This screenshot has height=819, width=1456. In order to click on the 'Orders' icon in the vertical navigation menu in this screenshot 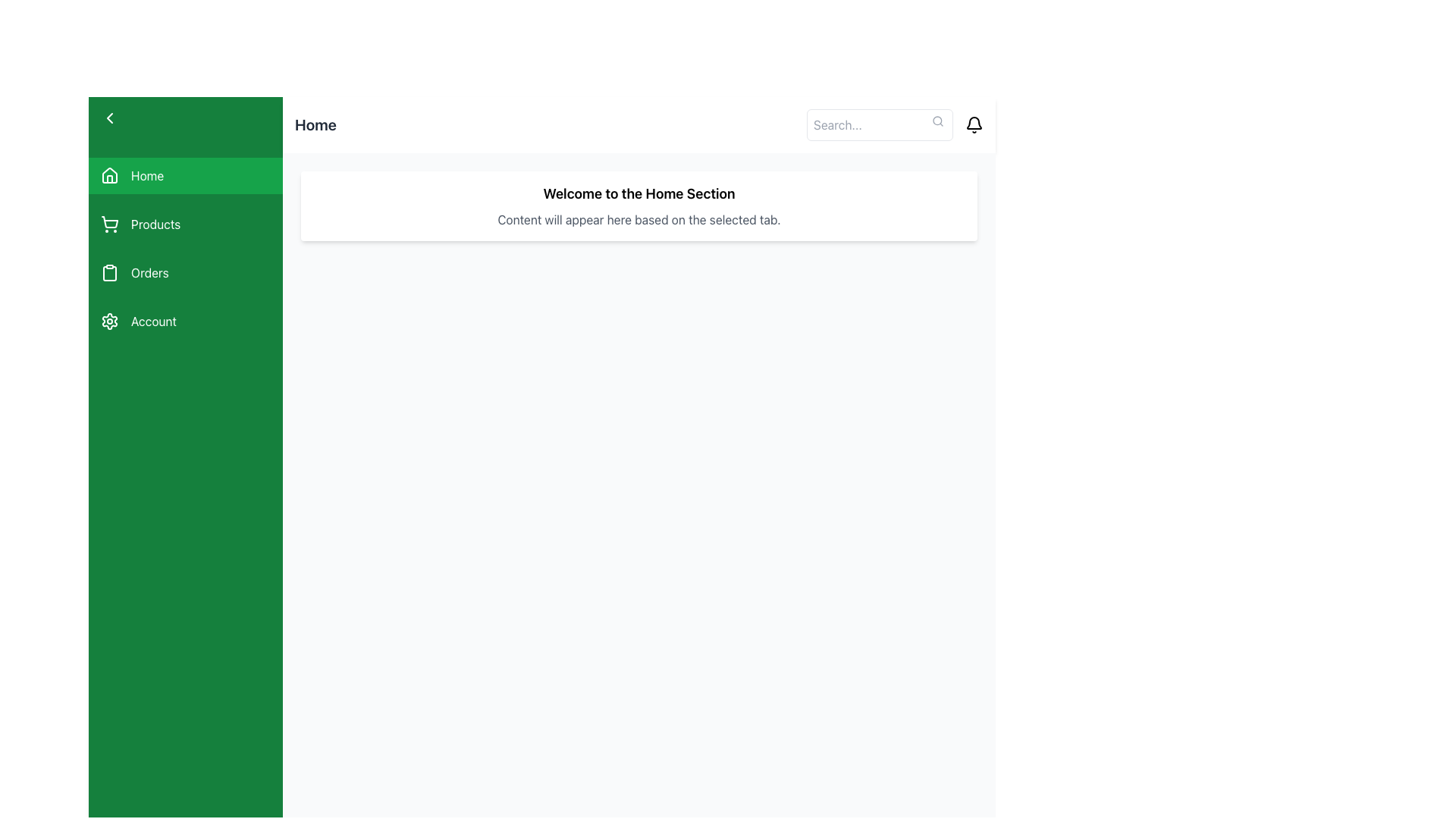, I will do `click(108, 271)`.